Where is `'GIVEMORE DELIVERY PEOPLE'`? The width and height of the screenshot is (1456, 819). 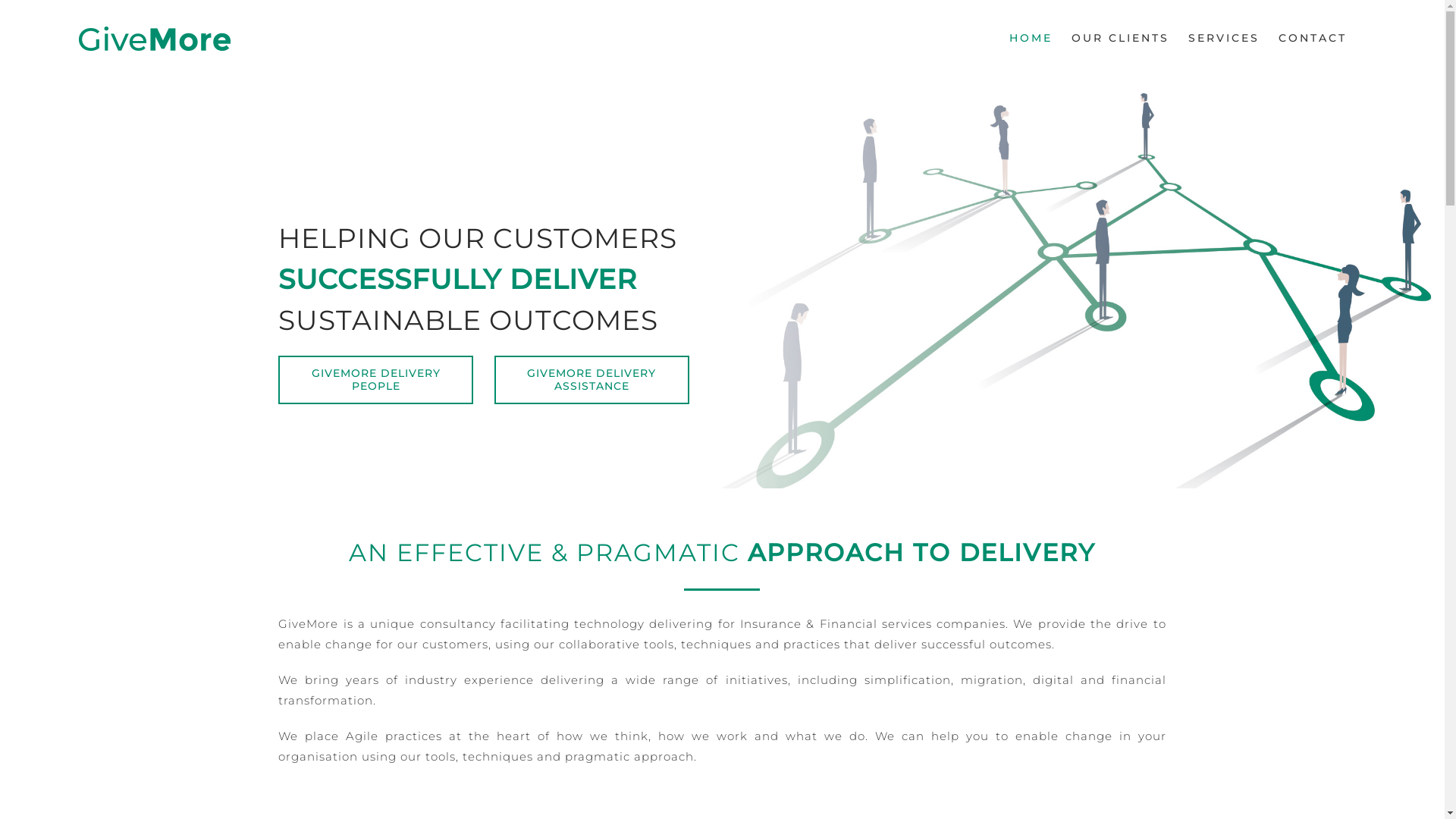 'GIVEMORE DELIVERY PEOPLE' is located at coordinates (375, 378).